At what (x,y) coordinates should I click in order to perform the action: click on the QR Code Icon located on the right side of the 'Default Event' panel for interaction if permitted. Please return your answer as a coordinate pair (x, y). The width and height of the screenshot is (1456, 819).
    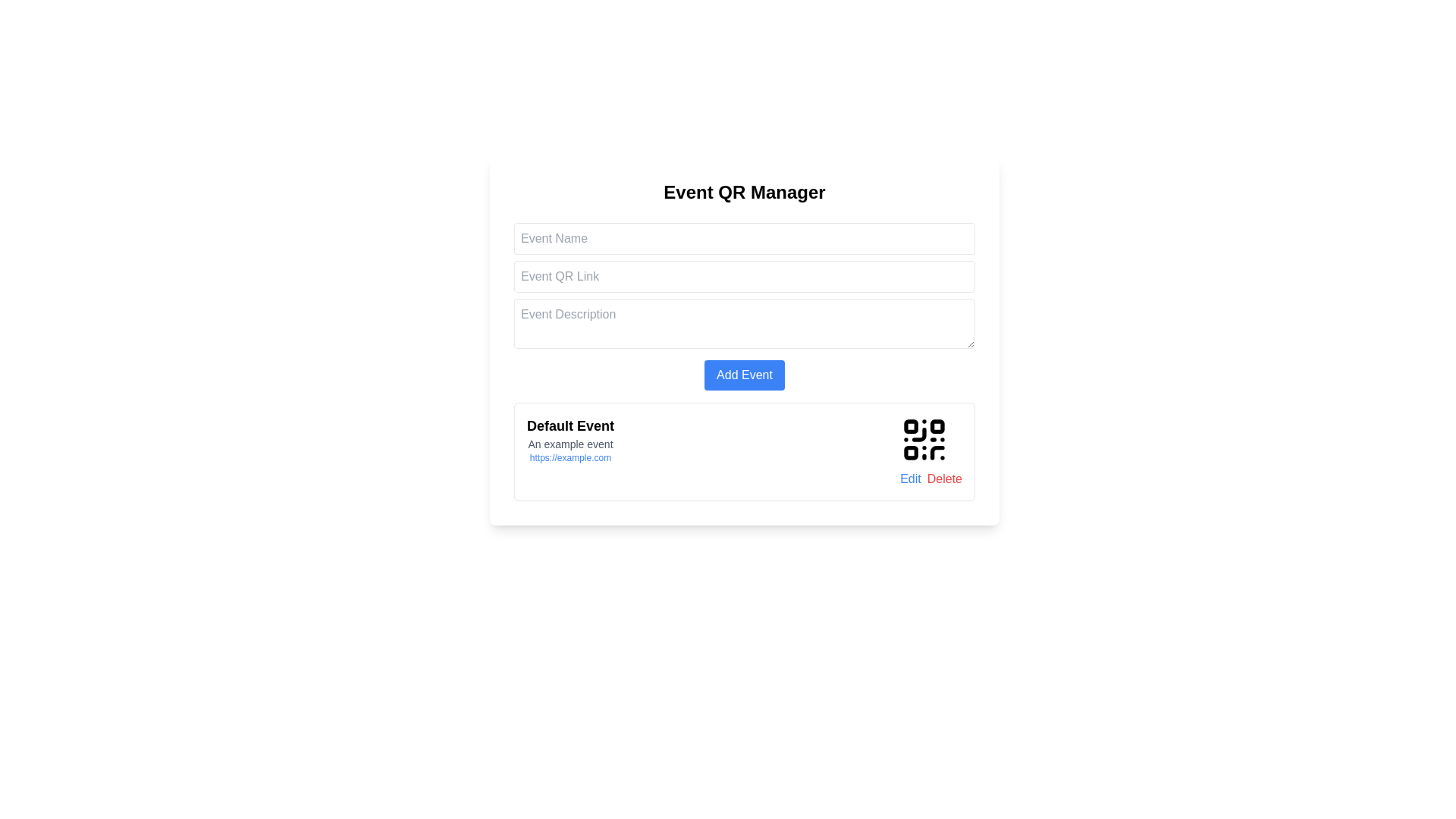
    Looking at the image, I should click on (924, 439).